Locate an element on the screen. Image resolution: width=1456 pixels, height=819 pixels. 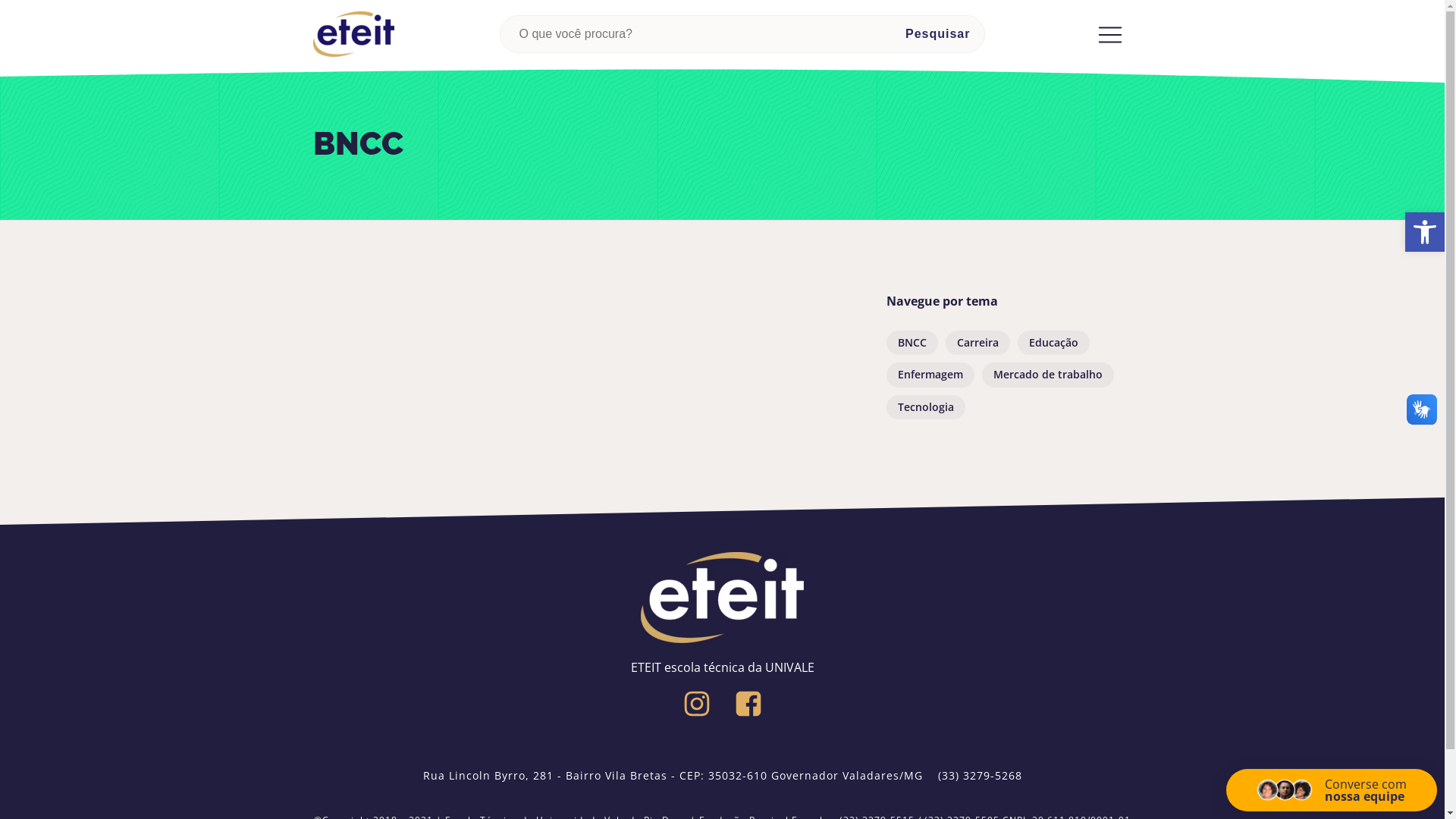
'Carreira' is located at coordinates (977, 342).